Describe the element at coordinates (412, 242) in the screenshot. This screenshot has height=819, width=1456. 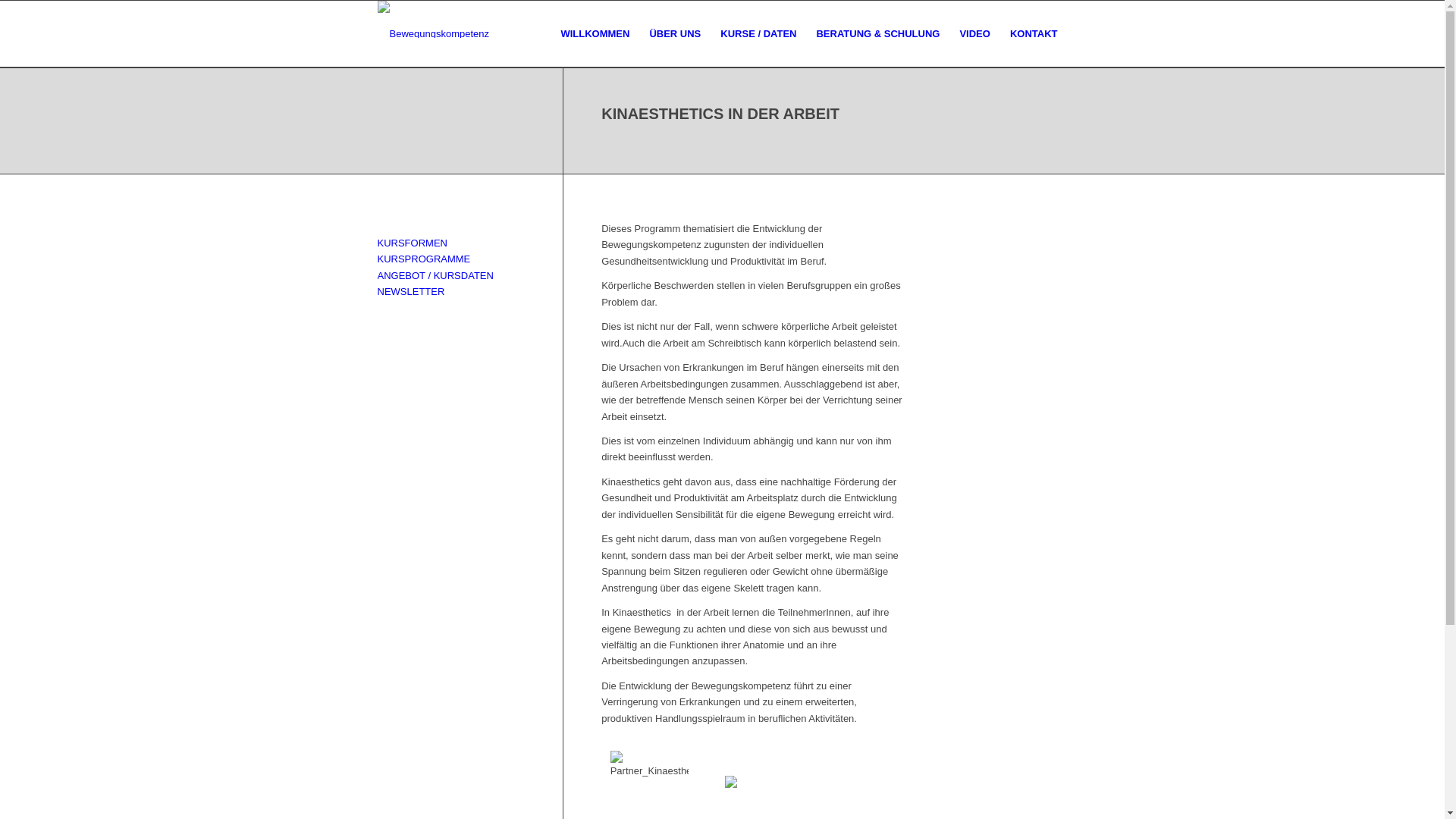
I see `'KURSFORMEN'` at that location.